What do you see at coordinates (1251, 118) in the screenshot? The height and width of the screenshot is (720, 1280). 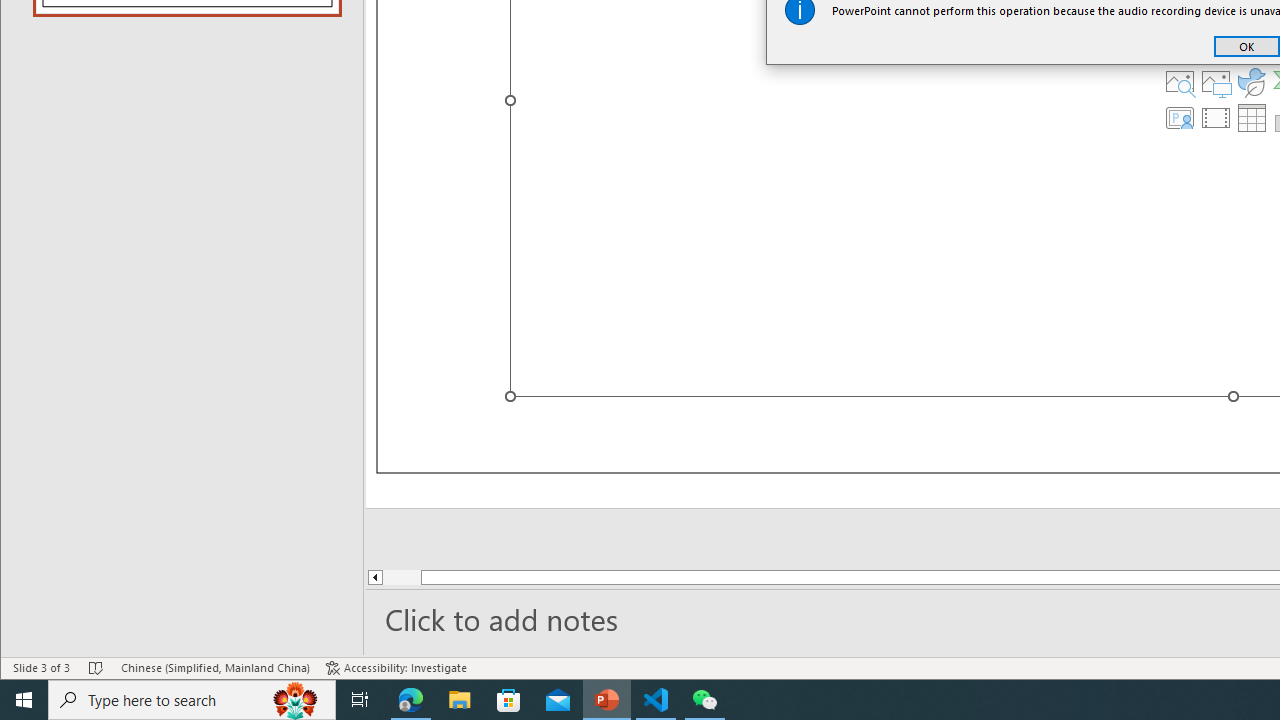 I see `'Insert Table'` at bounding box center [1251, 118].